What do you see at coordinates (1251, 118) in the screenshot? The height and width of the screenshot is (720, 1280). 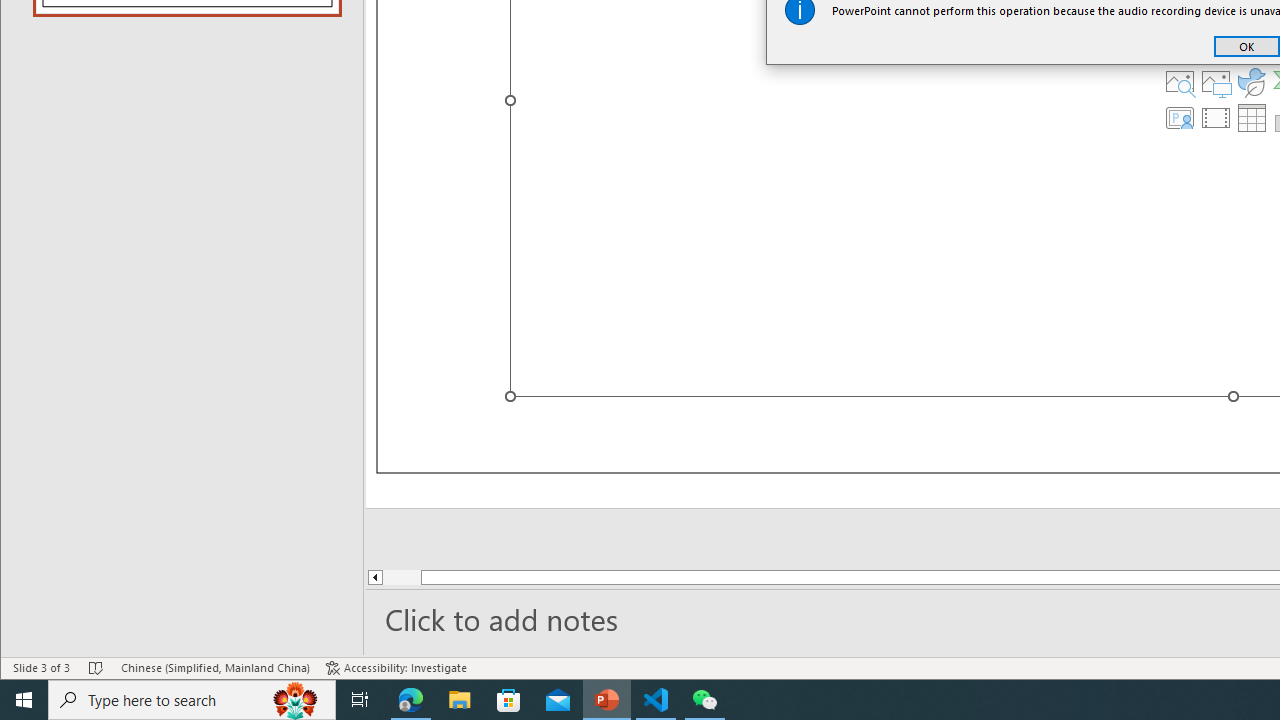 I see `'Insert Table'` at bounding box center [1251, 118].